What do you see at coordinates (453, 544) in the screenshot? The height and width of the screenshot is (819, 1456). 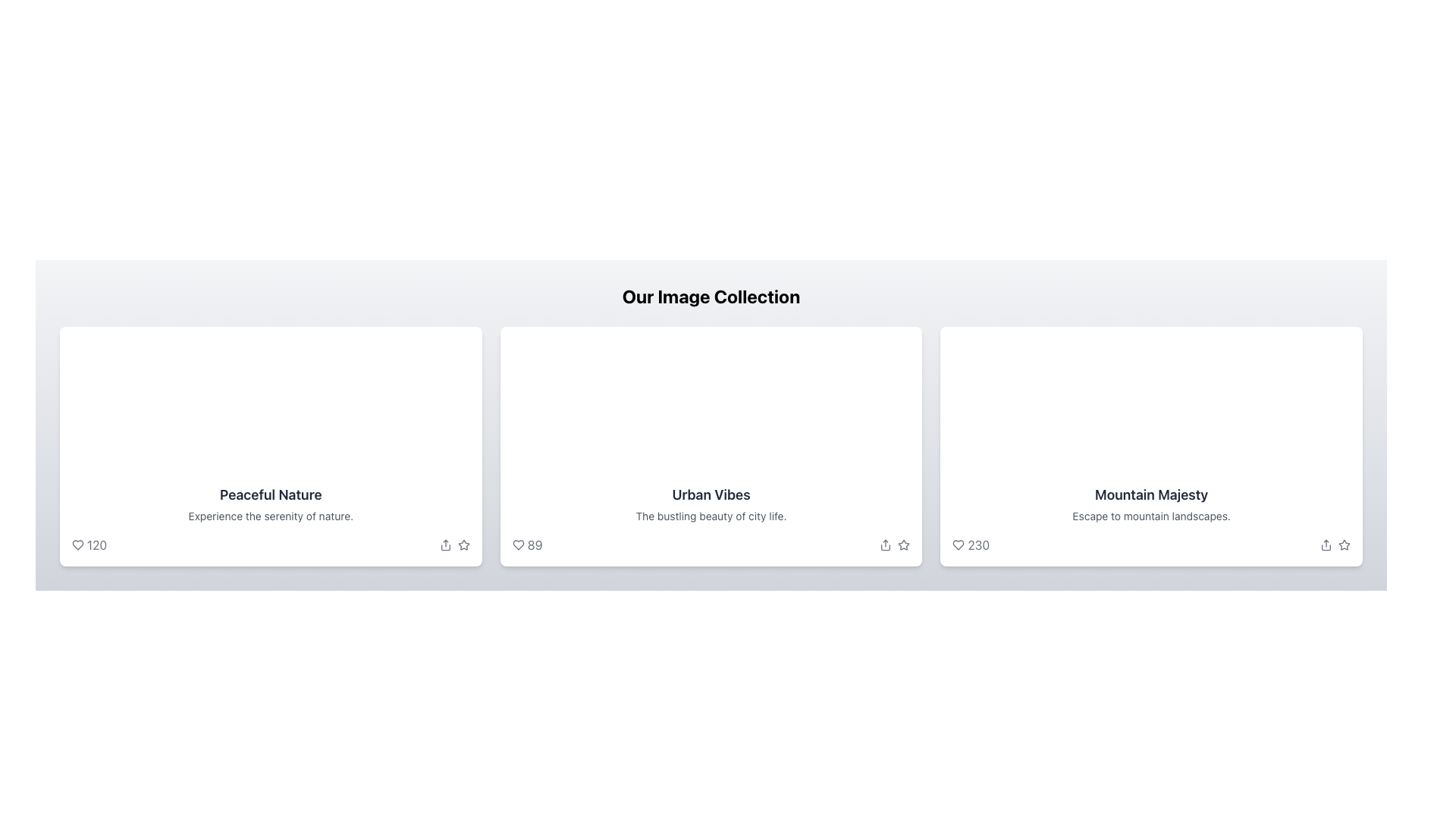 I see `the share icon, which is the first icon resembling an upward arrow, located at the bottom-right corner of the 'Peaceful Nature' card` at bounding box center [453, 544].